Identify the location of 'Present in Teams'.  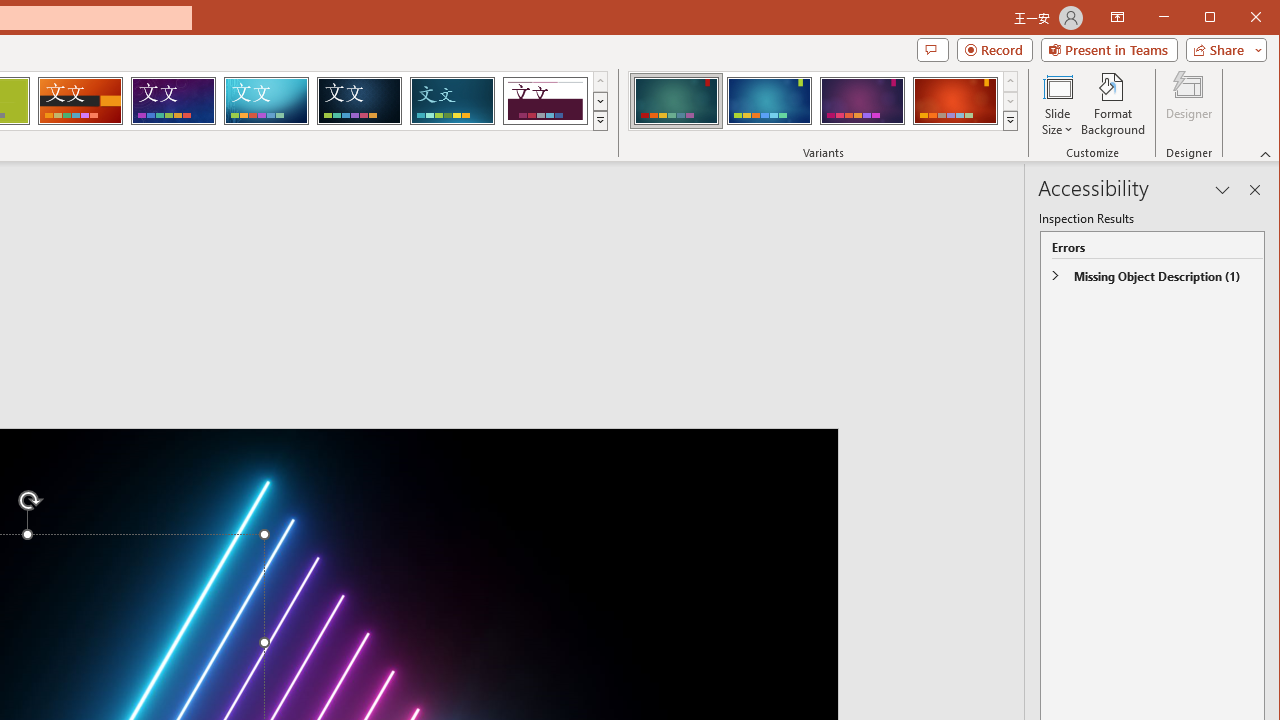
(1108, 49).